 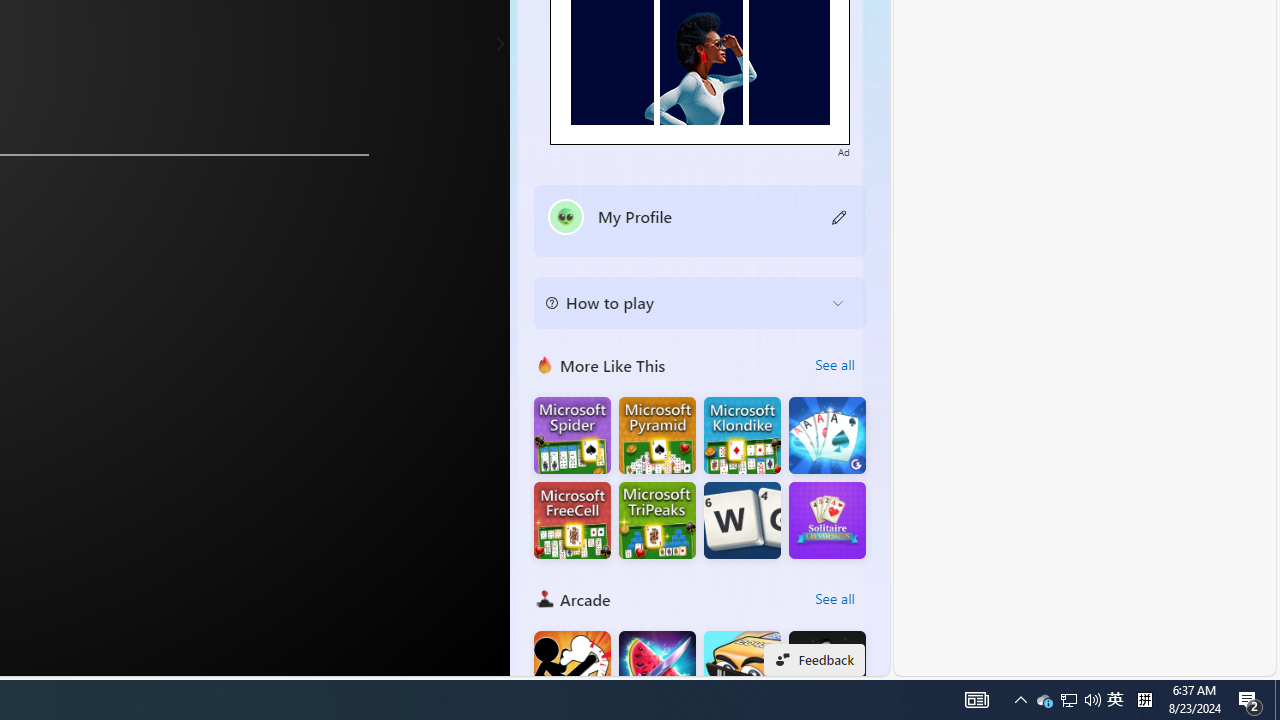 What do you see at coordinates (657, 519) in the screenshot?
I see `'Microsoft TriPeaks Solitaire'` at bounding box center [657, 519].